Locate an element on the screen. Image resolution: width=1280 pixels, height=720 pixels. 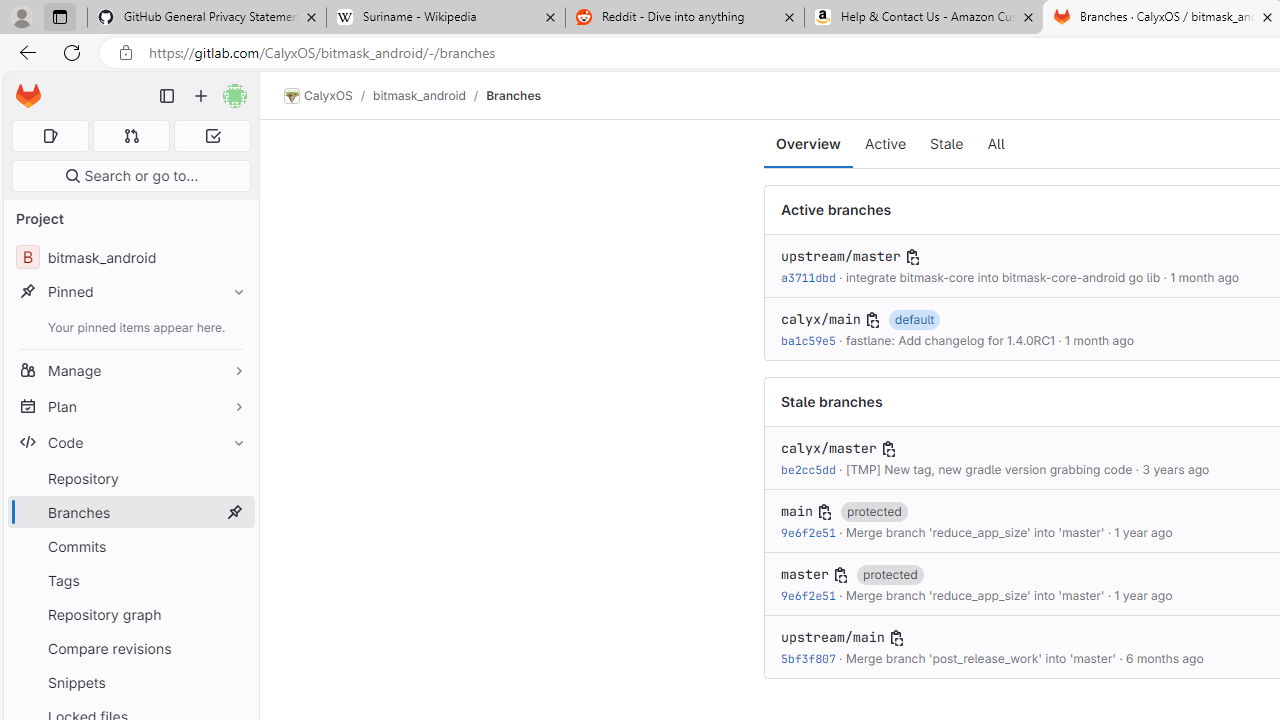
'Merge requests 0' is located at coordinates (130, 135).